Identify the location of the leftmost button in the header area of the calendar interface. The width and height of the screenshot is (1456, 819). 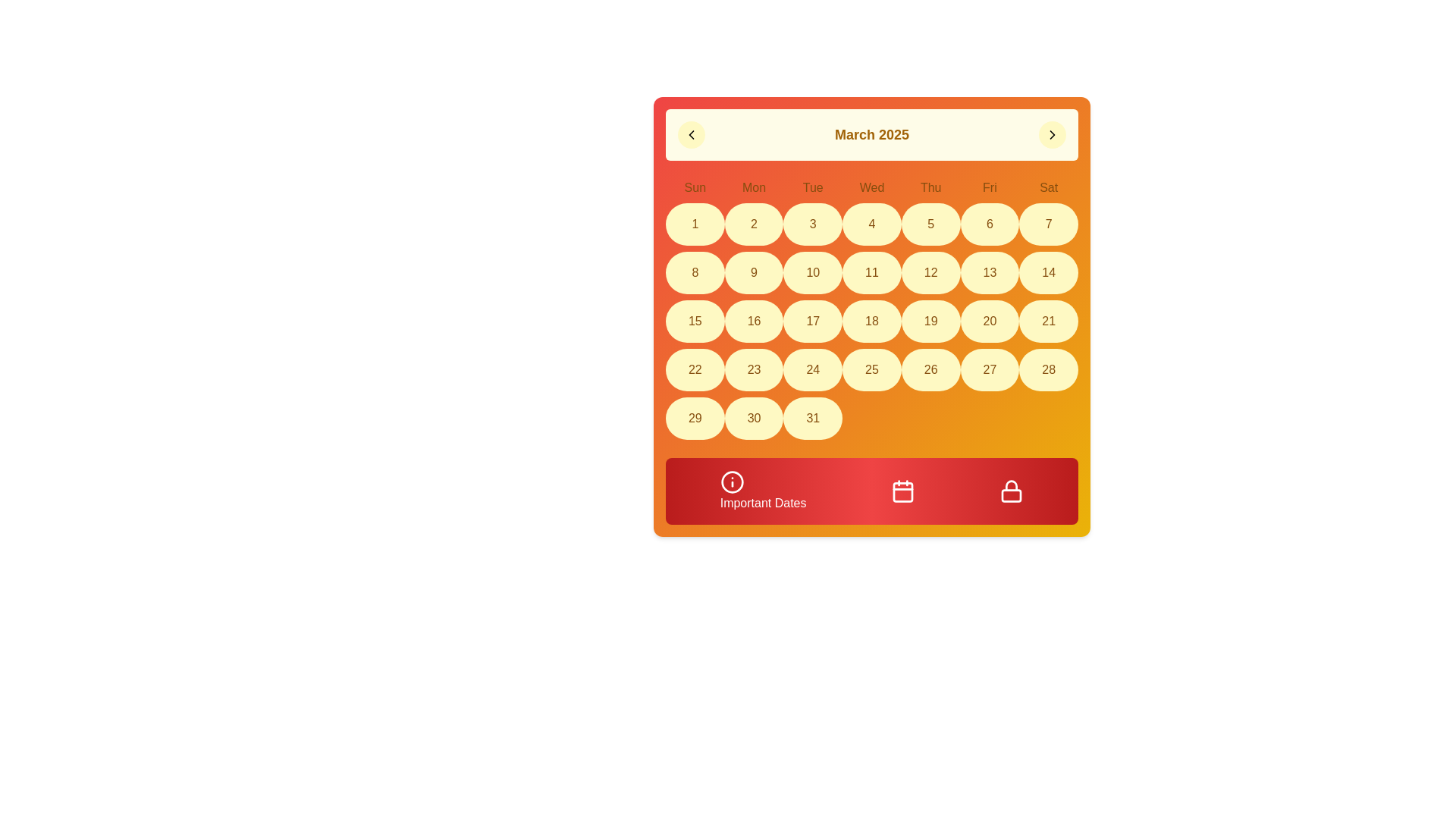
(691, 133).